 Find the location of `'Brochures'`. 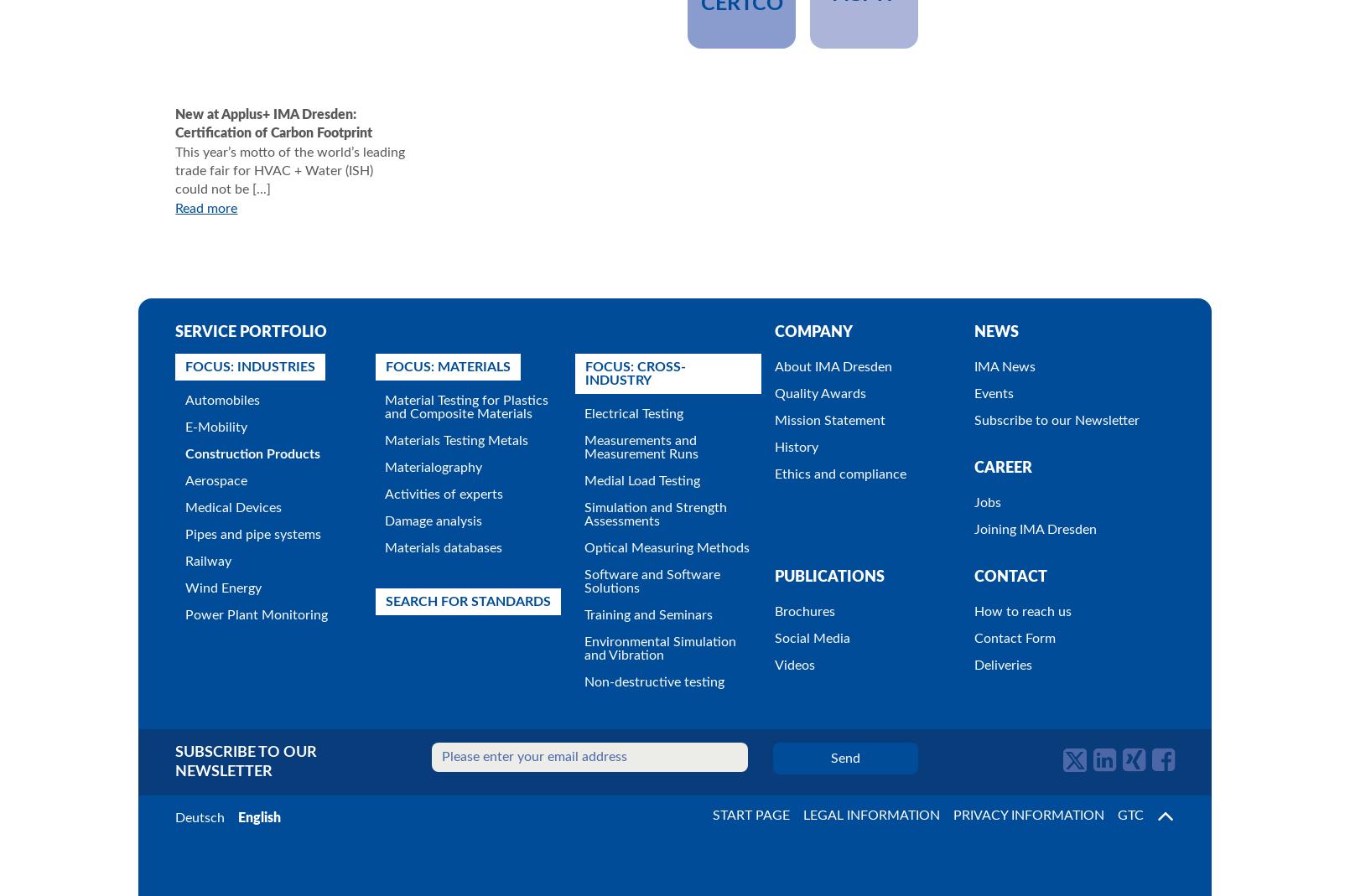

'Brochures' is located at coordinates (805, 609).